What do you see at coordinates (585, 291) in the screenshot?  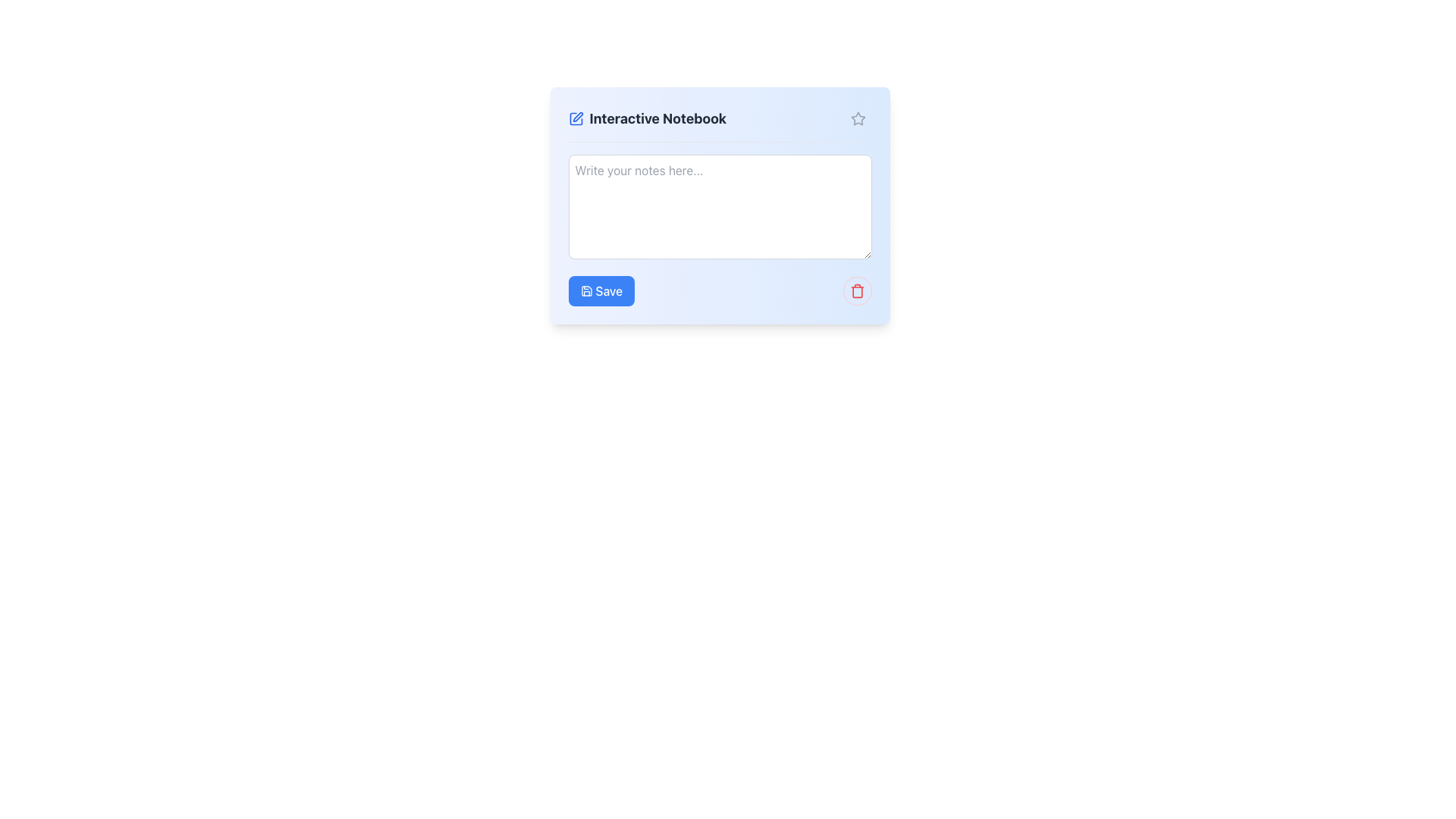 I see `the main outer body of the floppy disk icon representing the 'Save' function located at the bottom-left of the interactive notebook modal` at bounding box center [585, 291].